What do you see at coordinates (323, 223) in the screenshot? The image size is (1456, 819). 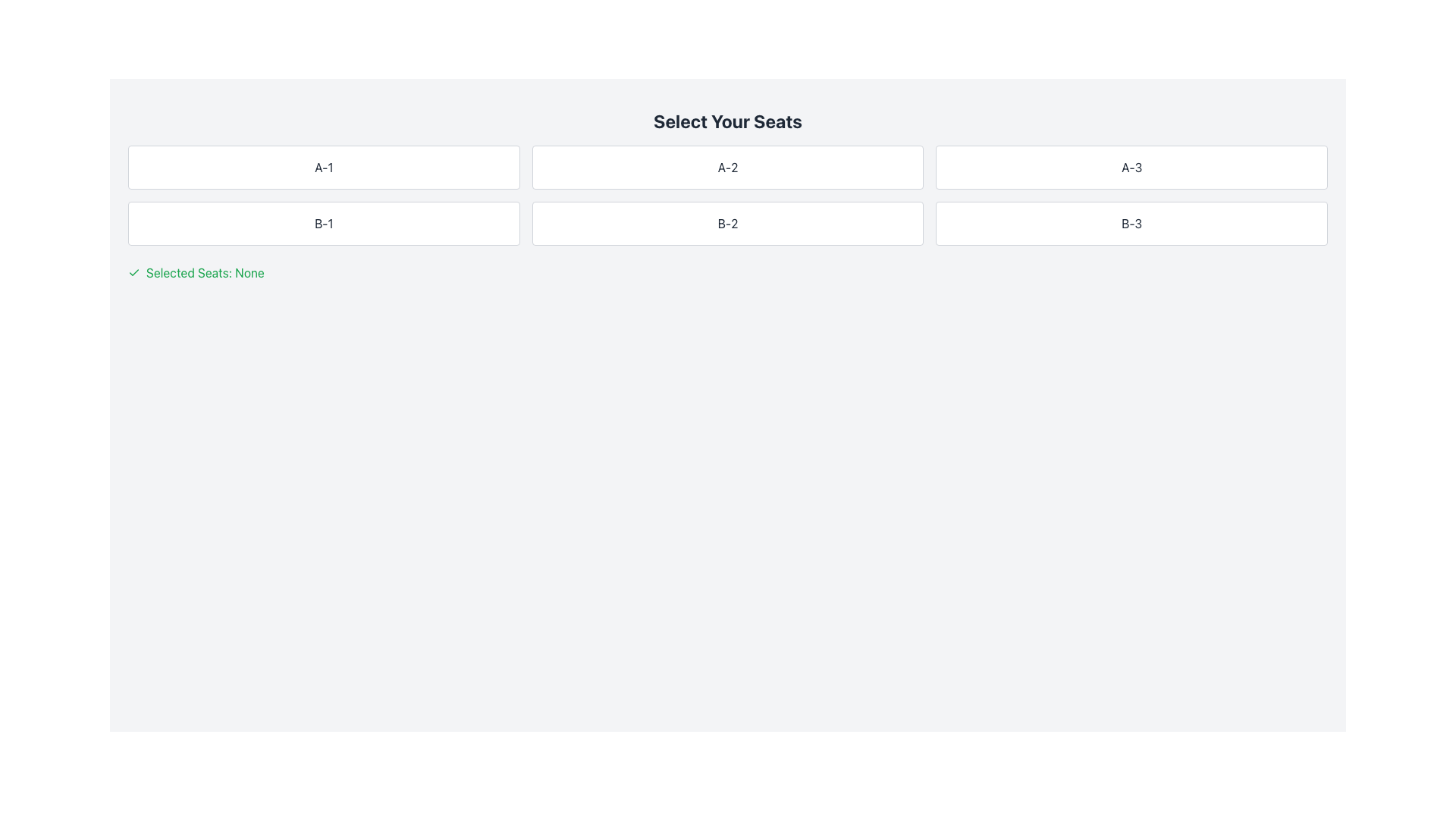 I see `the rectangular button labeled 'B-1' with a white background and grey border` at bounding box center [323, 223].